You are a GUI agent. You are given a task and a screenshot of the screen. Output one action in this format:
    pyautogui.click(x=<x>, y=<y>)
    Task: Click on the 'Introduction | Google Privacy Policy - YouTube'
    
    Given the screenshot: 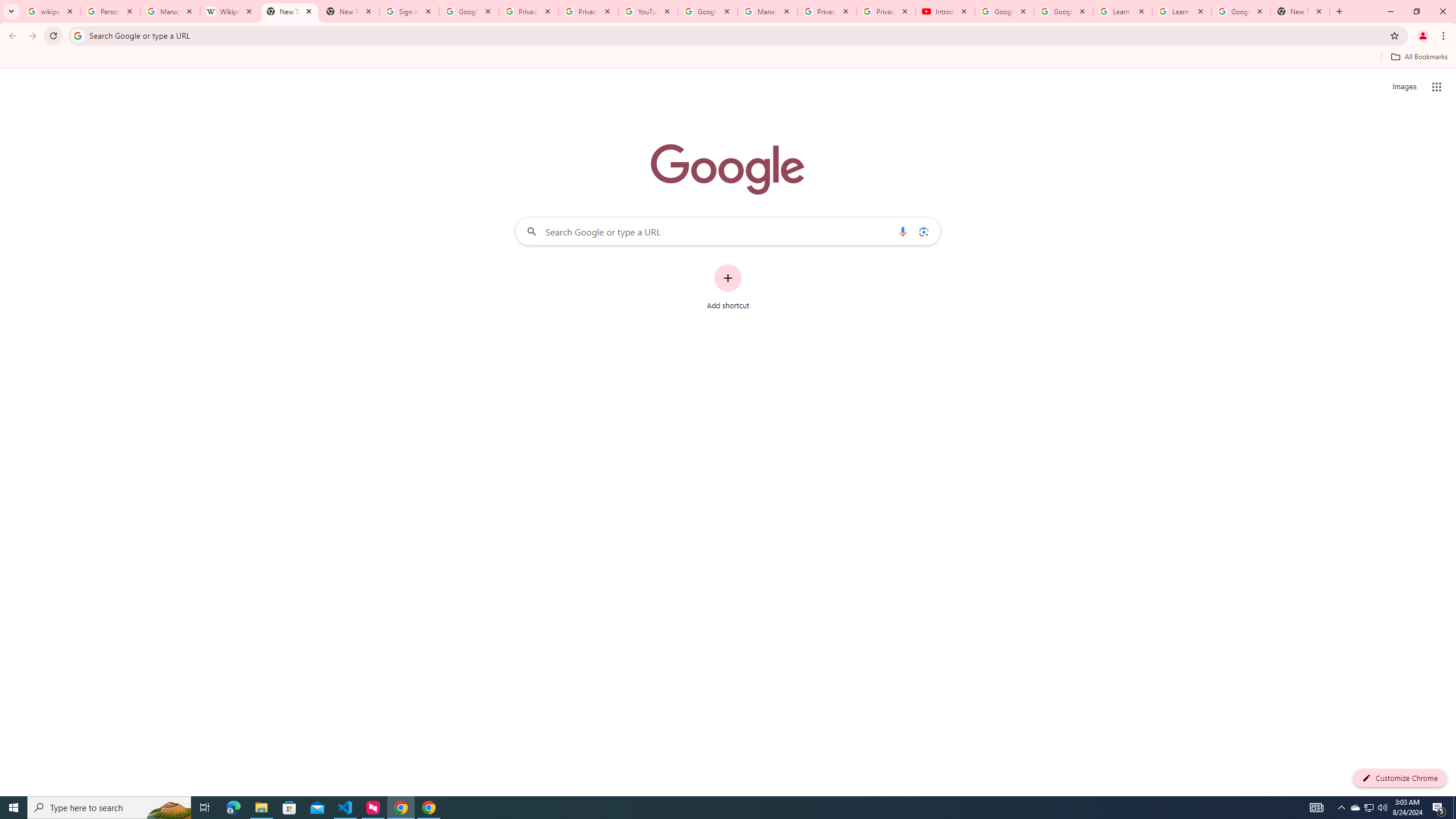 What is the action you would take?
    pyautogui.click(x=944, y=11)
    